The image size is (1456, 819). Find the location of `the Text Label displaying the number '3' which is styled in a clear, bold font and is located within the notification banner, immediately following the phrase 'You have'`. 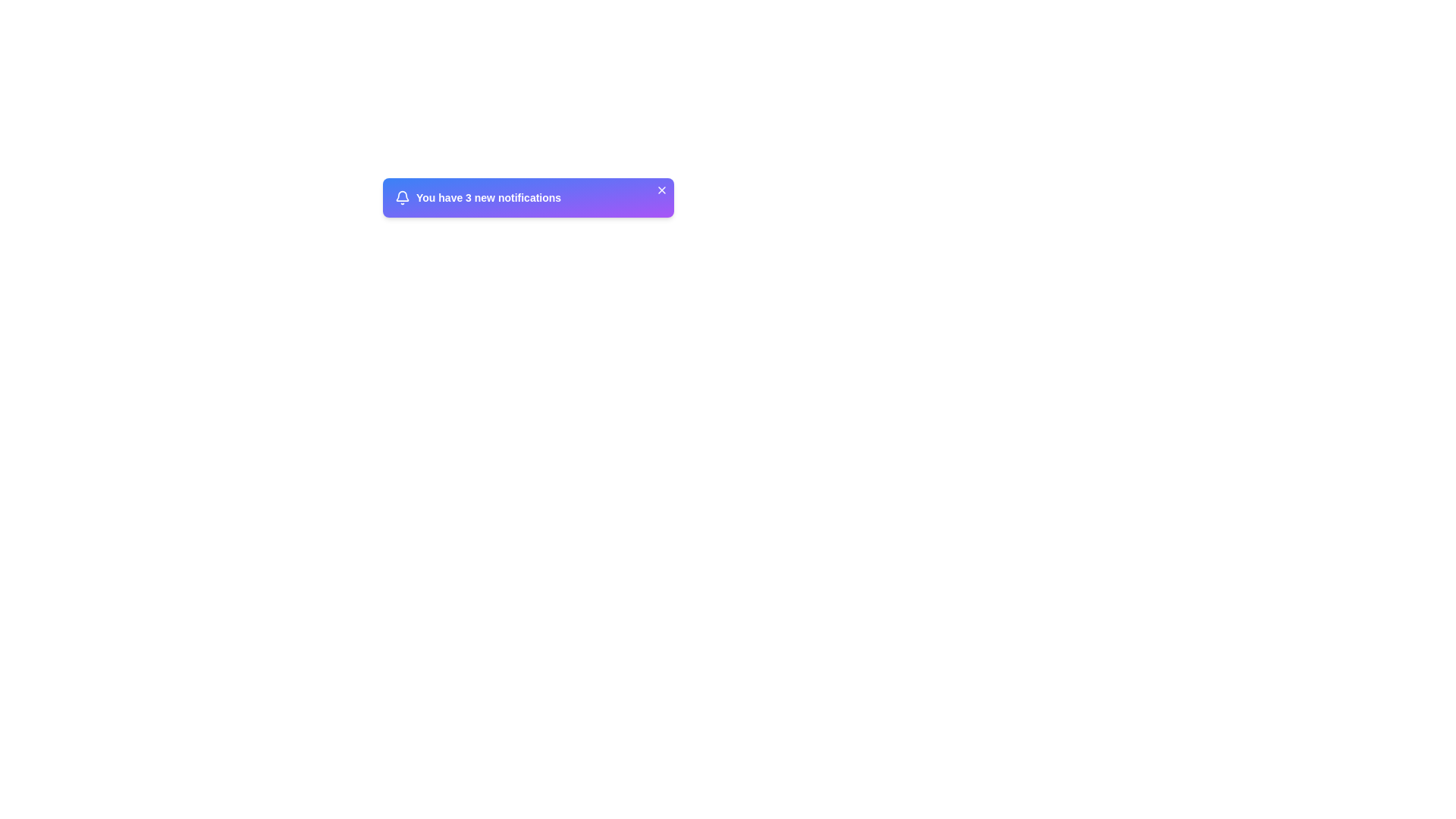

the Text Label displaying the number '3' which is styled in a clear, bold font and is located within the notification banner, immediately following the phrase 'You have' is located at coordinates (468, 197).